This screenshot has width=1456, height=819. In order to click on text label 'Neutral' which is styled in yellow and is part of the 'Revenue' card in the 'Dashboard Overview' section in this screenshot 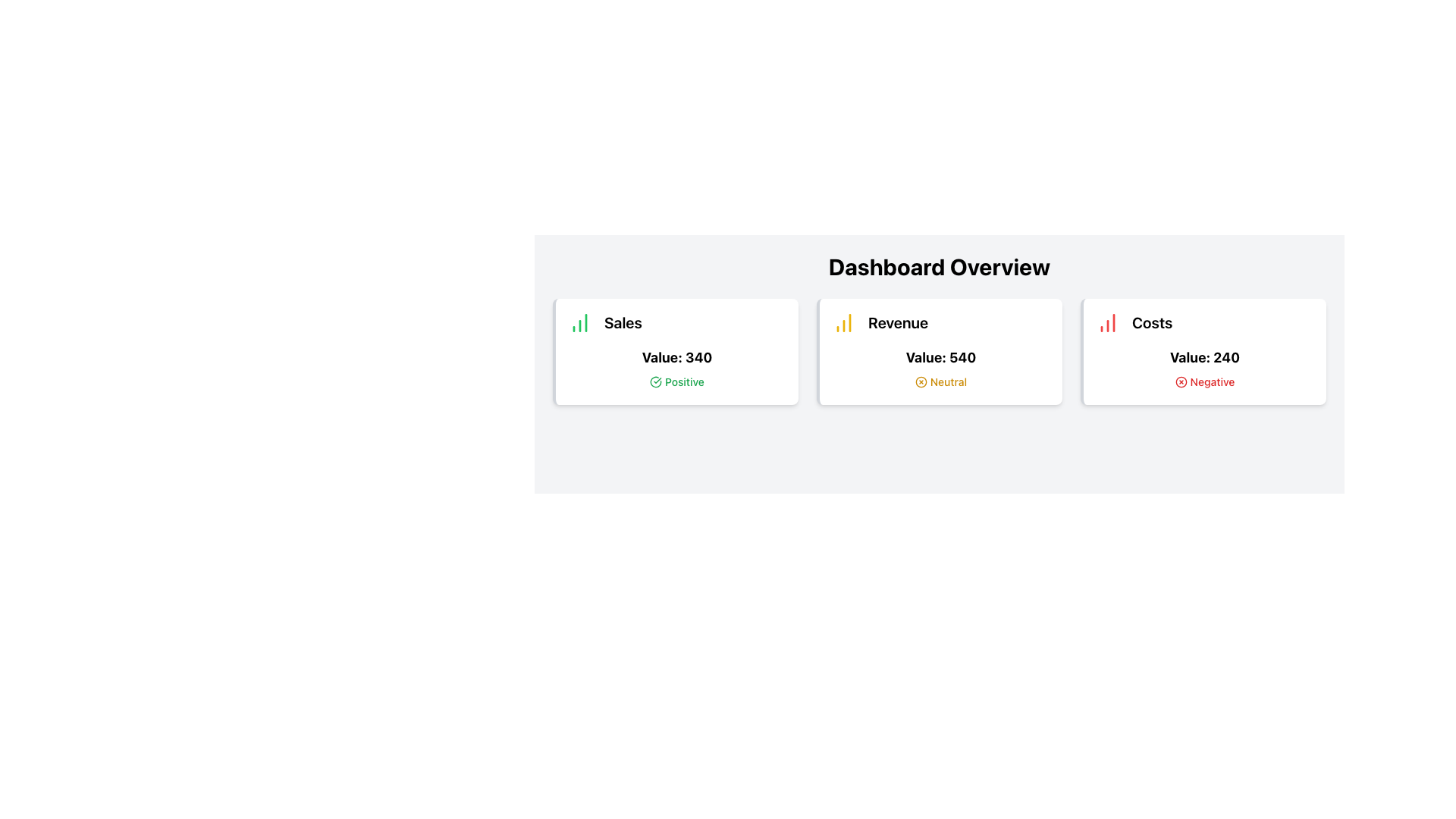, I will do `click(948, 381)`.